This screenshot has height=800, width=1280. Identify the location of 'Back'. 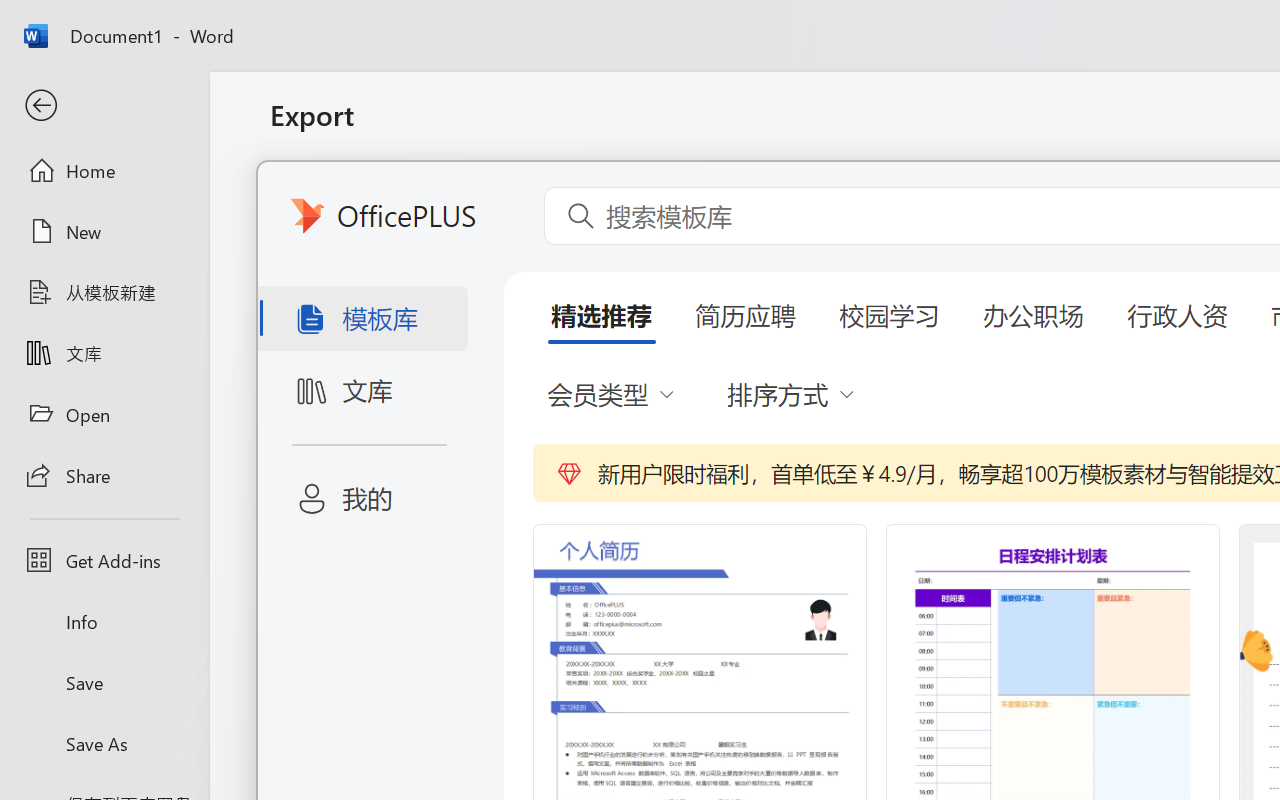
(103, 105).